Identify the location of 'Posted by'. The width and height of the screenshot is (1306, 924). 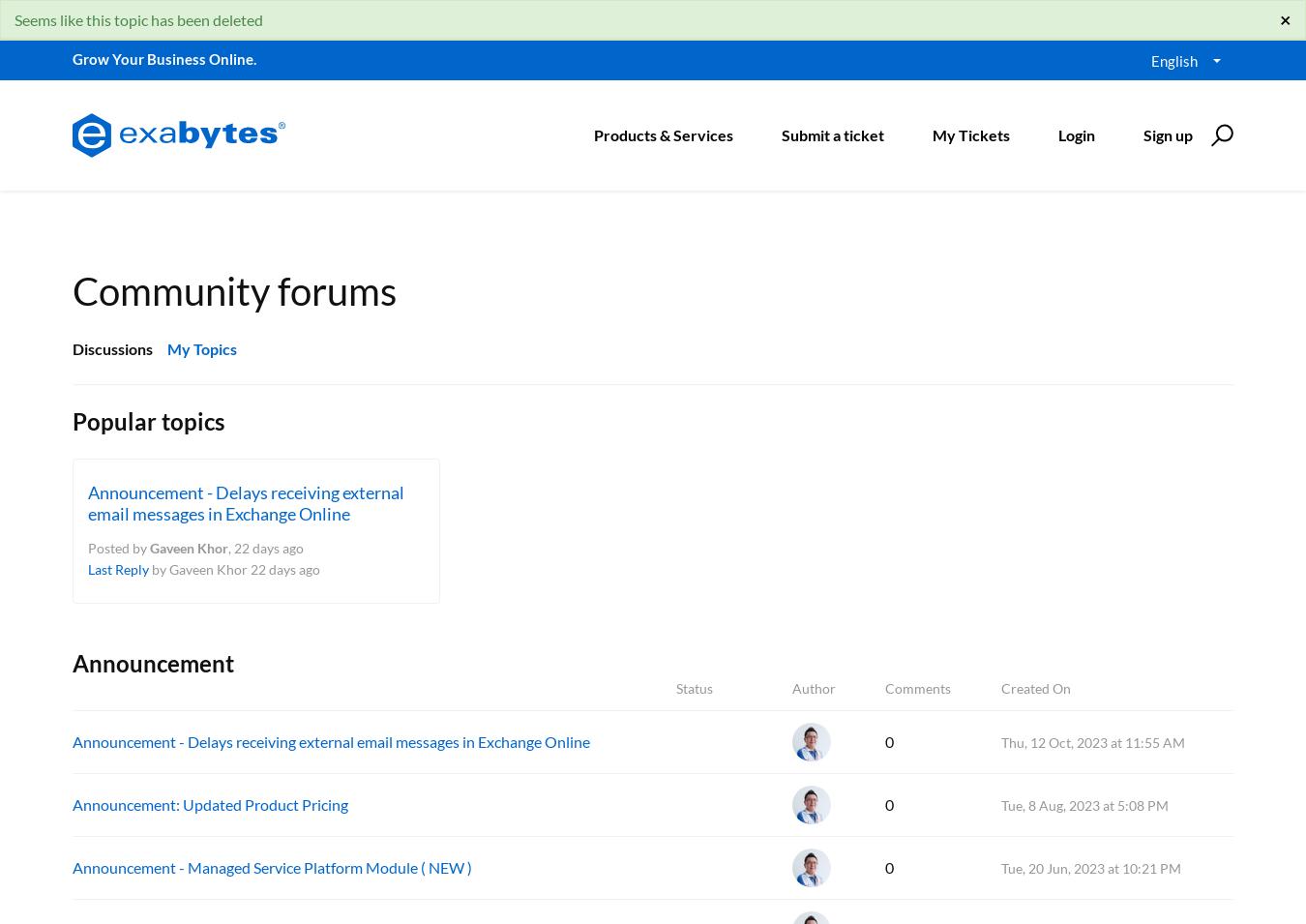
(118, 548).